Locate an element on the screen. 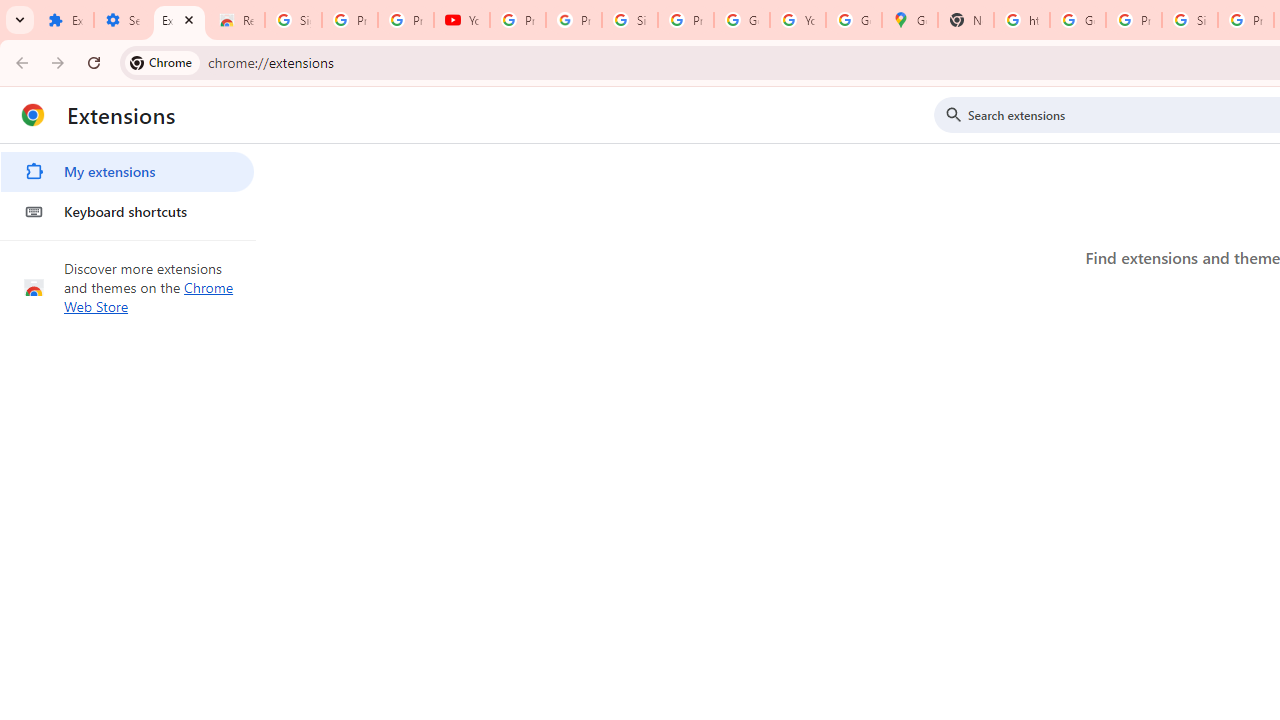 The width and height of the screenshot is (1280, 720). 'Extensions' is located at coordinates (179, 20).